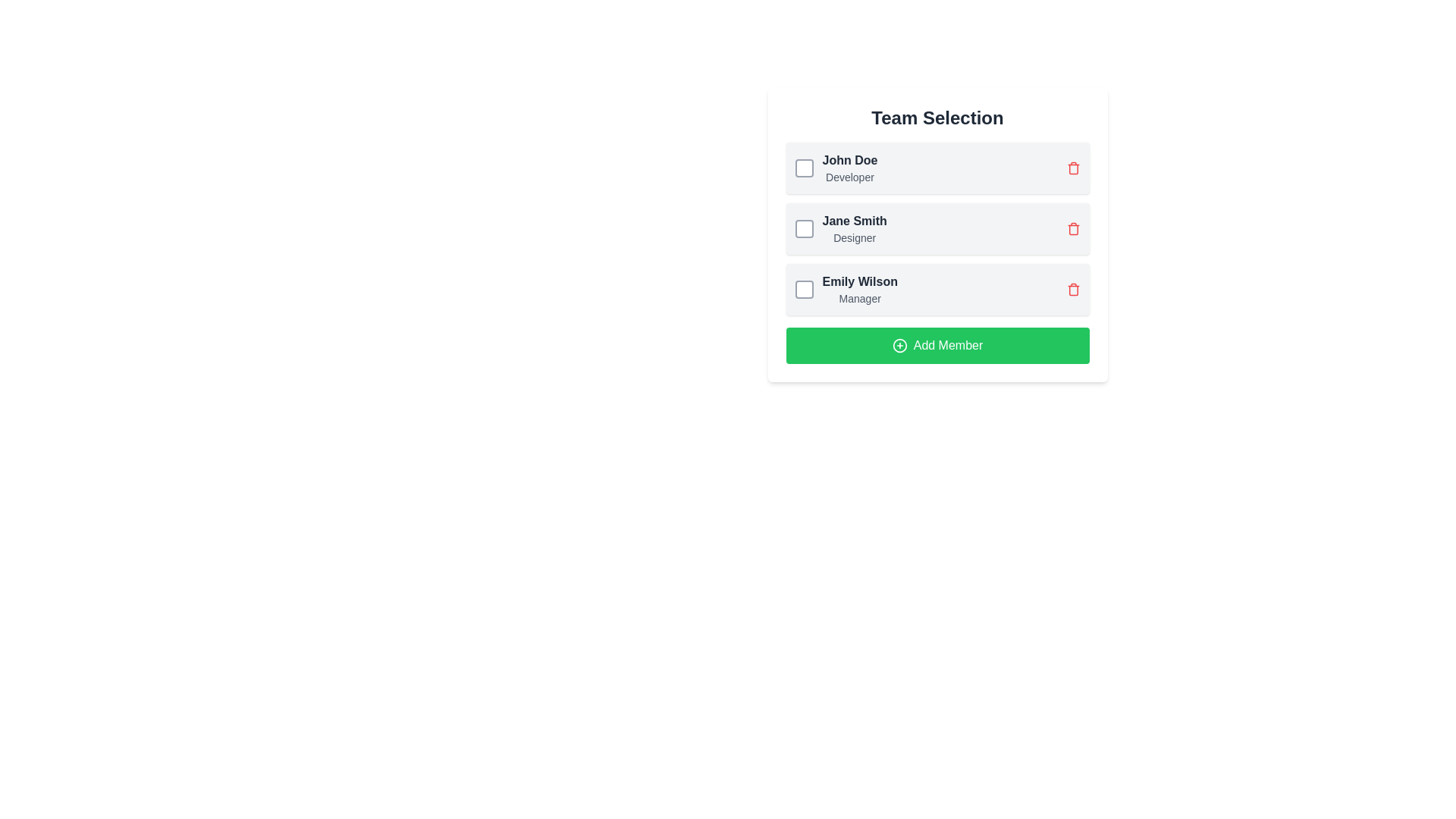 The image size is (1456, 819). I want to click on the checkbox, so click(803, 228).